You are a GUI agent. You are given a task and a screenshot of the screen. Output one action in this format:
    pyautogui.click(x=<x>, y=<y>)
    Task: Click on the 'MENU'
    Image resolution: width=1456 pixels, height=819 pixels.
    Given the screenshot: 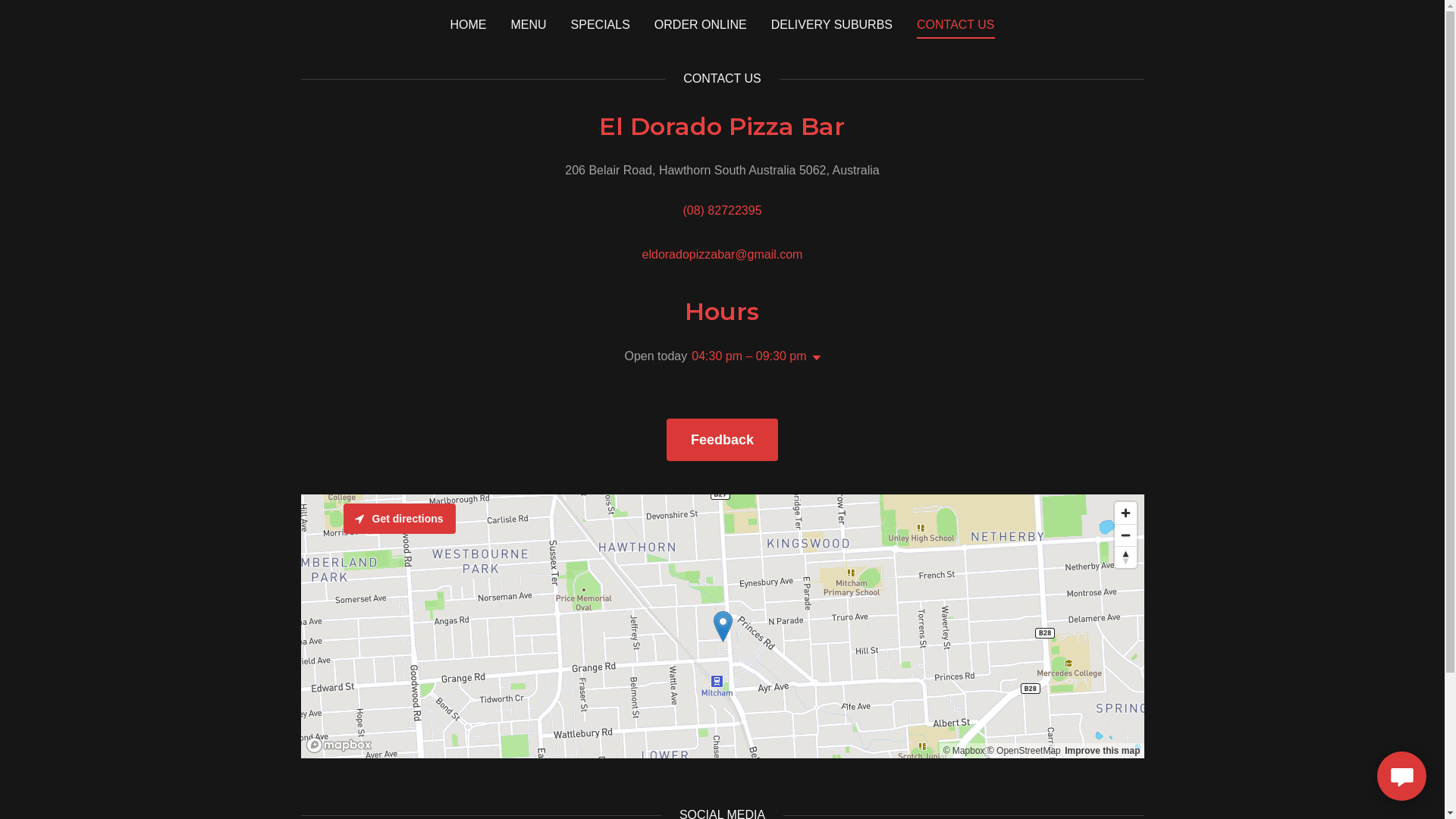 What is the action you would take?
    pyautogui.click(x=528, y=24)
    